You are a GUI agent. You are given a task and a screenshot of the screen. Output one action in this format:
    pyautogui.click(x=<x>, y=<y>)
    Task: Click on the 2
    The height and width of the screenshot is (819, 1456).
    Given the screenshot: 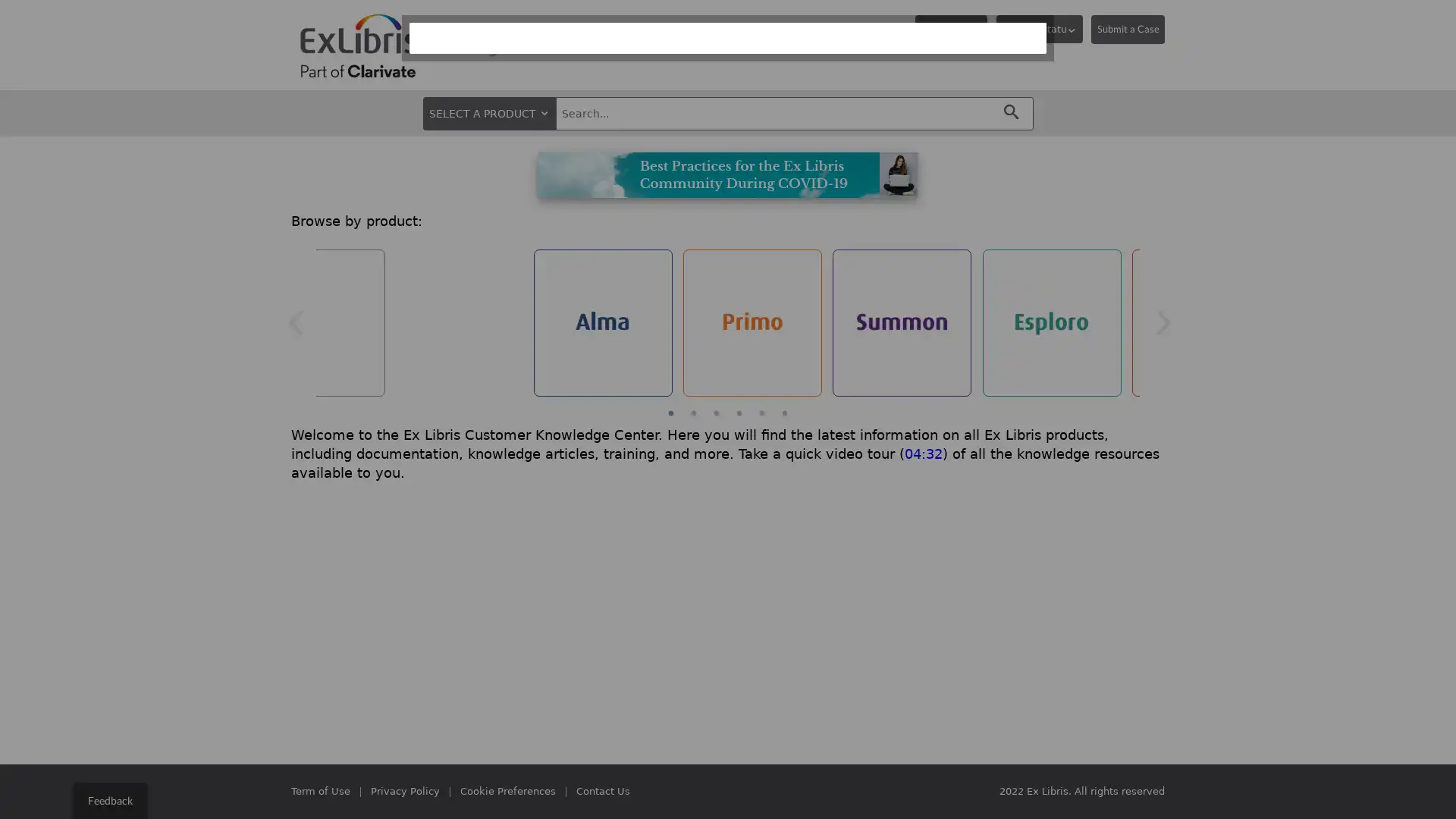 What is the action you would take?
    pyautogui.click(x=693, y=413)
    